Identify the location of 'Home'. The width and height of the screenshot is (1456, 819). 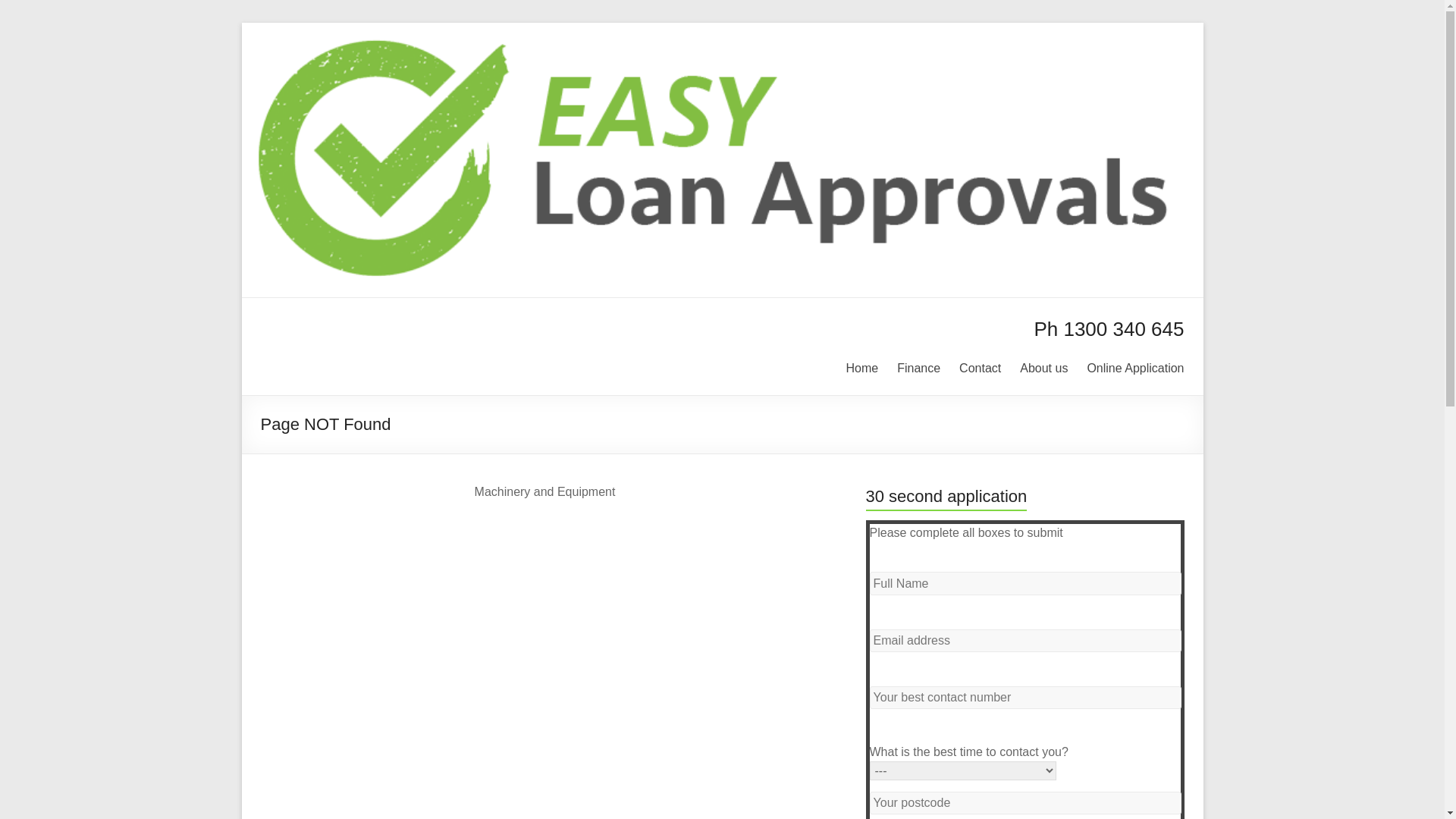
(846, 366).